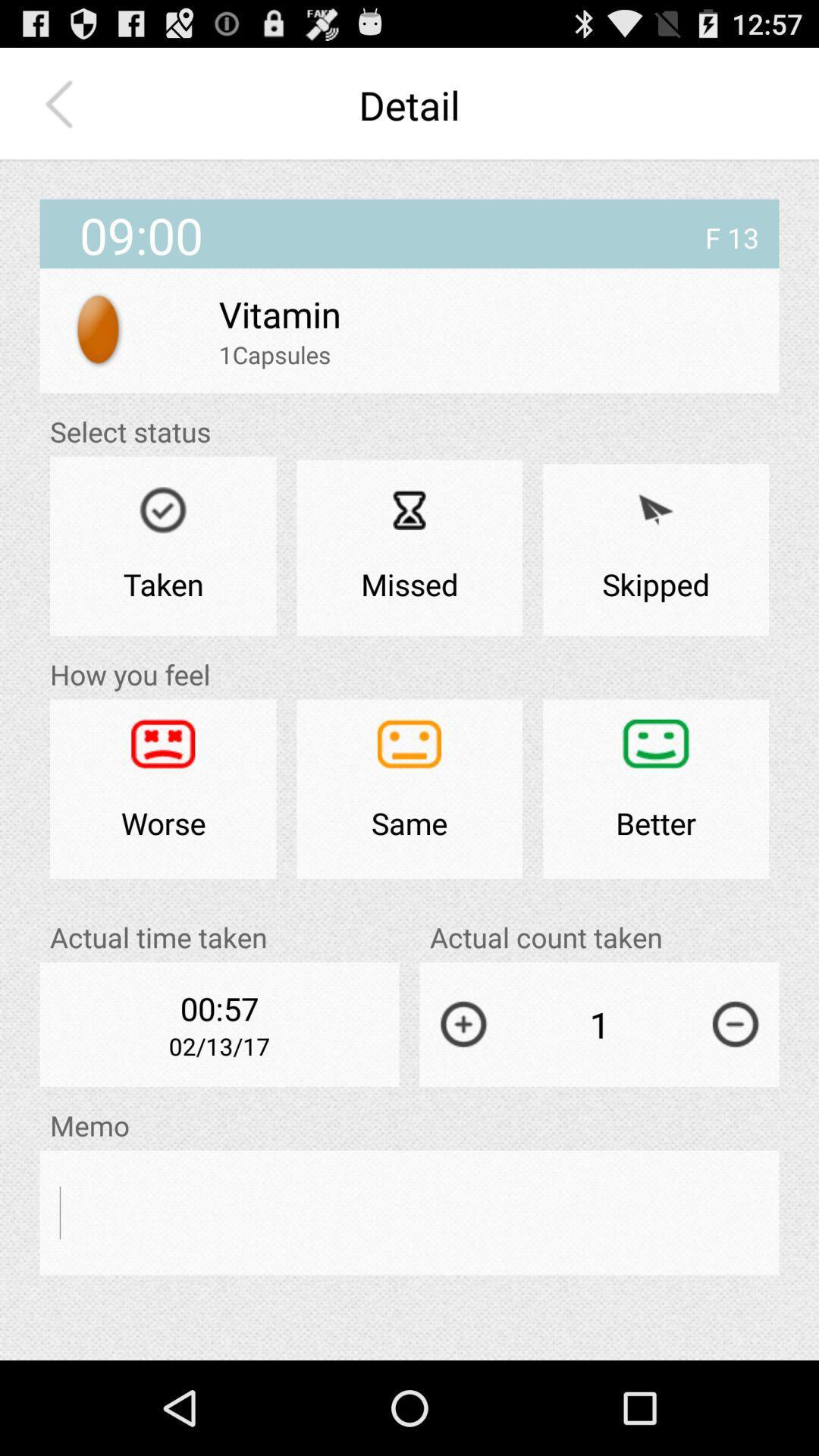  Describe the element at coordinates (463, 1096) in the screenshot. I see `the add icon` at that location.